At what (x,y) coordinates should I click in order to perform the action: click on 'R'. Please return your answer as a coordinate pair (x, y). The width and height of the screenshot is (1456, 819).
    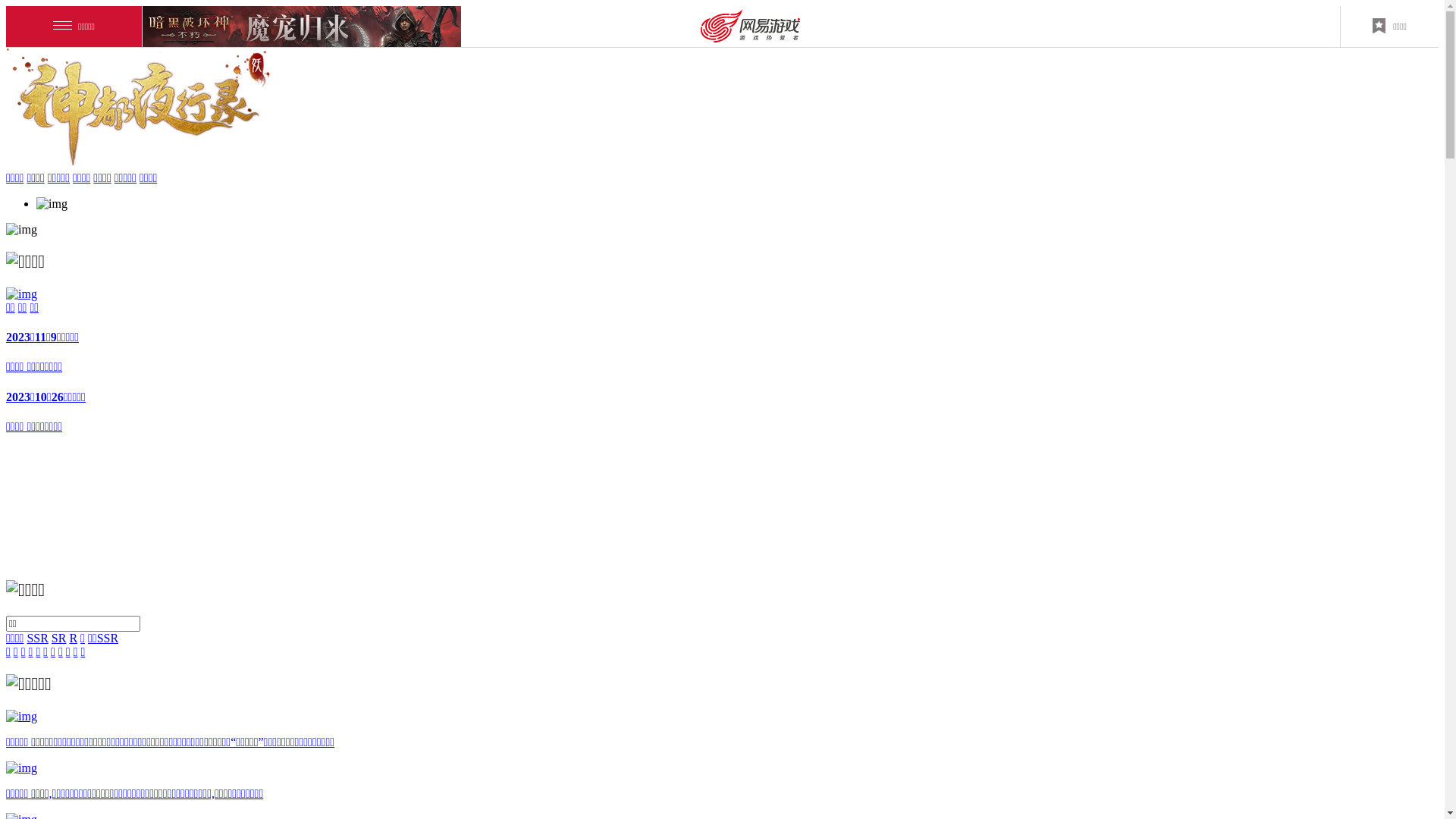
    Looking at the image, I should click on (68, 638).